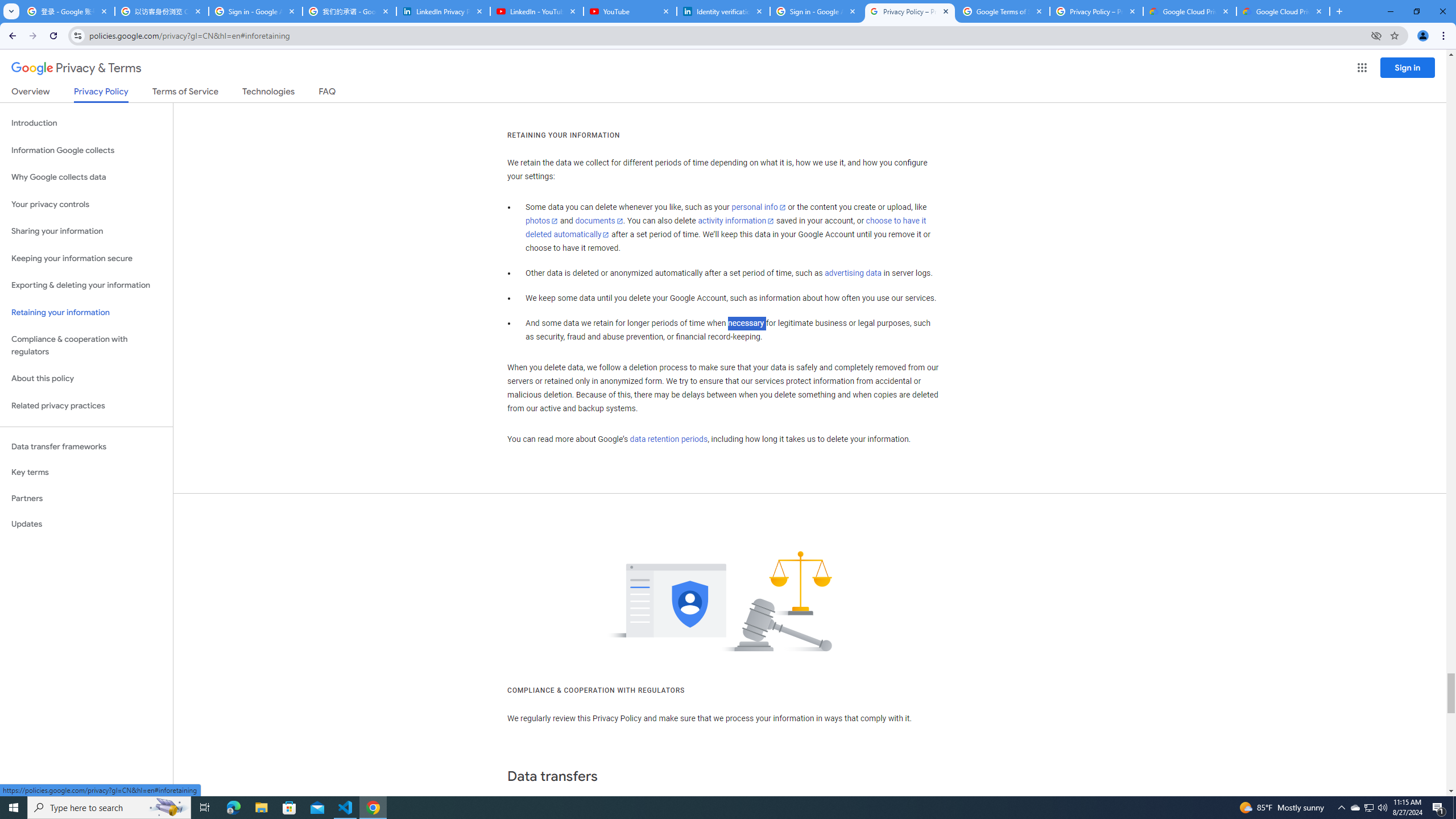 The width and height of the screenshot is (1456, 819). I want to click on 'Keeping your information secure', so click(86, 259).